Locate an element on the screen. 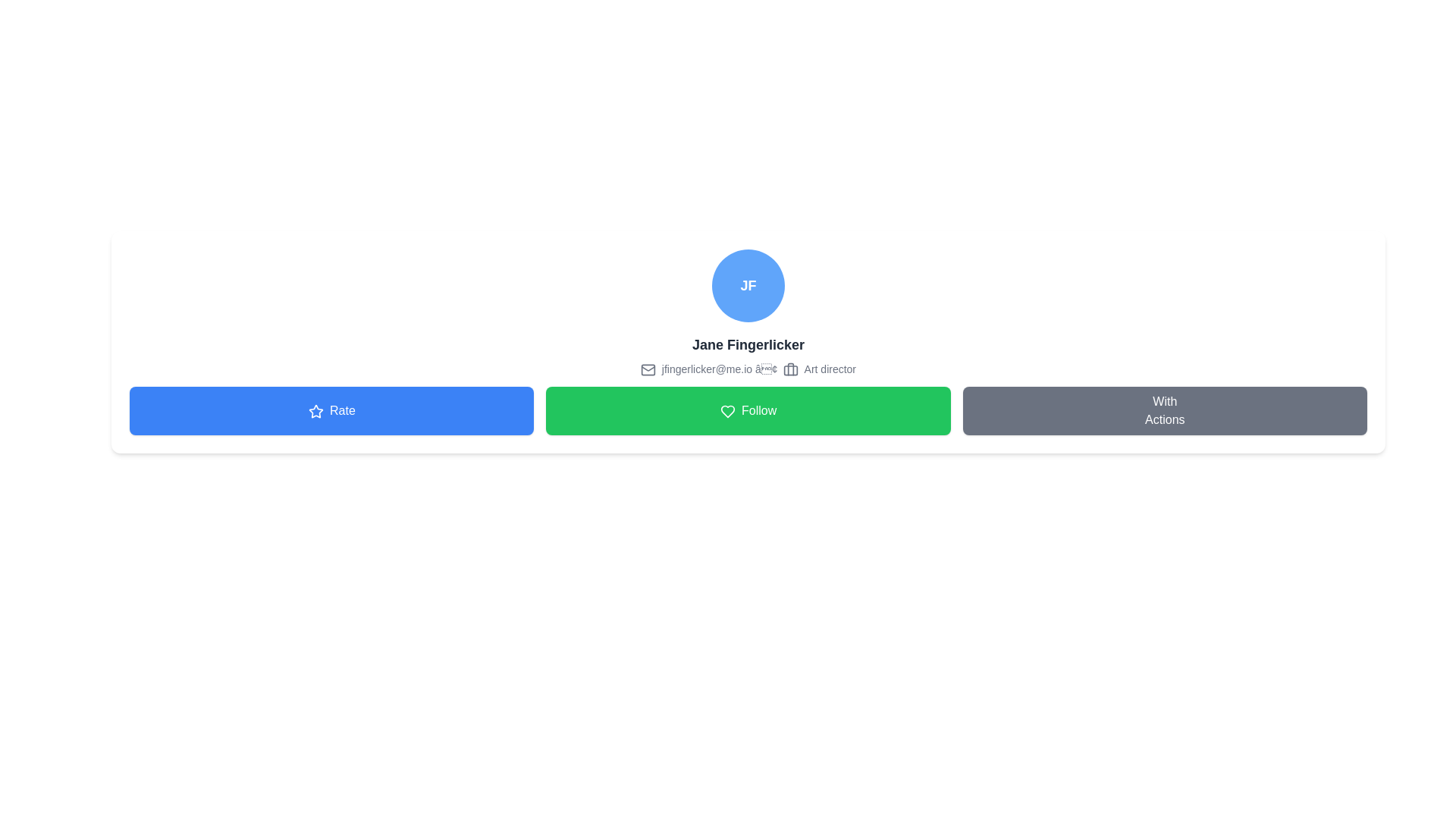 The image size is (1456, 819). the text block displaying the name 'Jane Fingerlicker', which is centrally located under the circular avatar labeled 'JF' is located at coordinates (748, 345).